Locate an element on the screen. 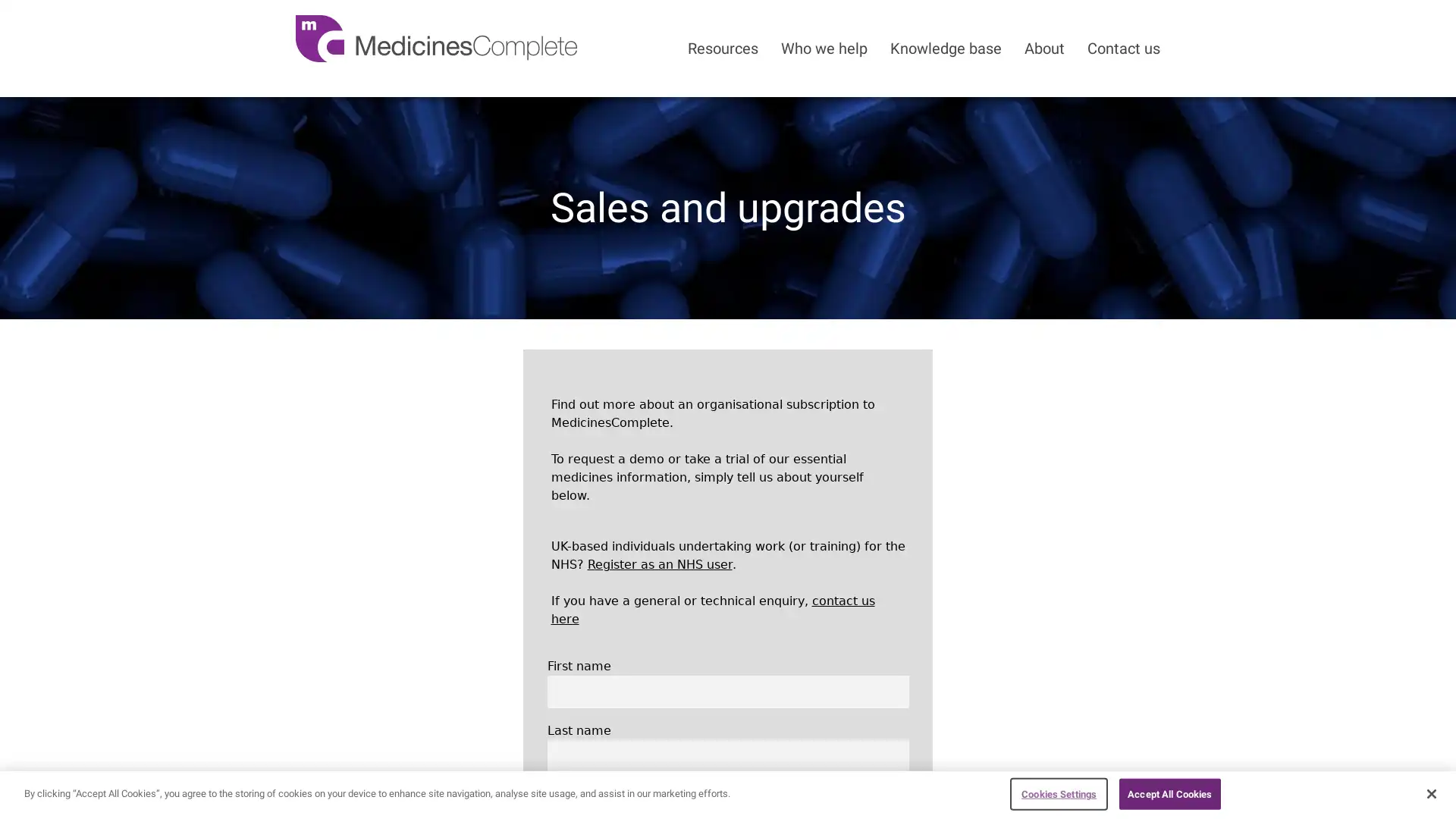  Close is located at coordinates (1430, 792).